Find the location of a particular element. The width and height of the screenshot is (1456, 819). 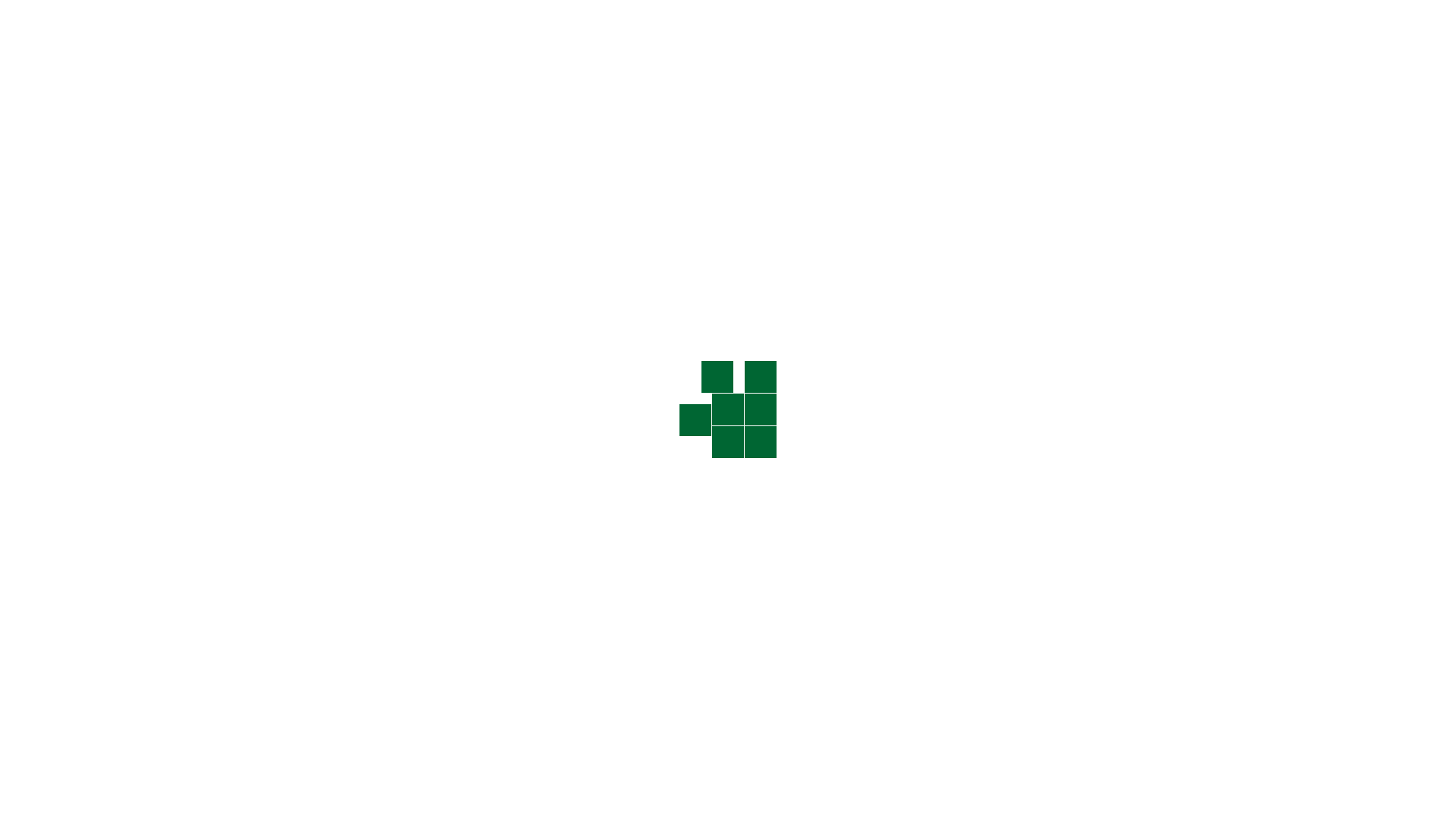

'How to Choose the Right Tree Removal Company in Adelaide?' is located at coordinates (1041, 671).